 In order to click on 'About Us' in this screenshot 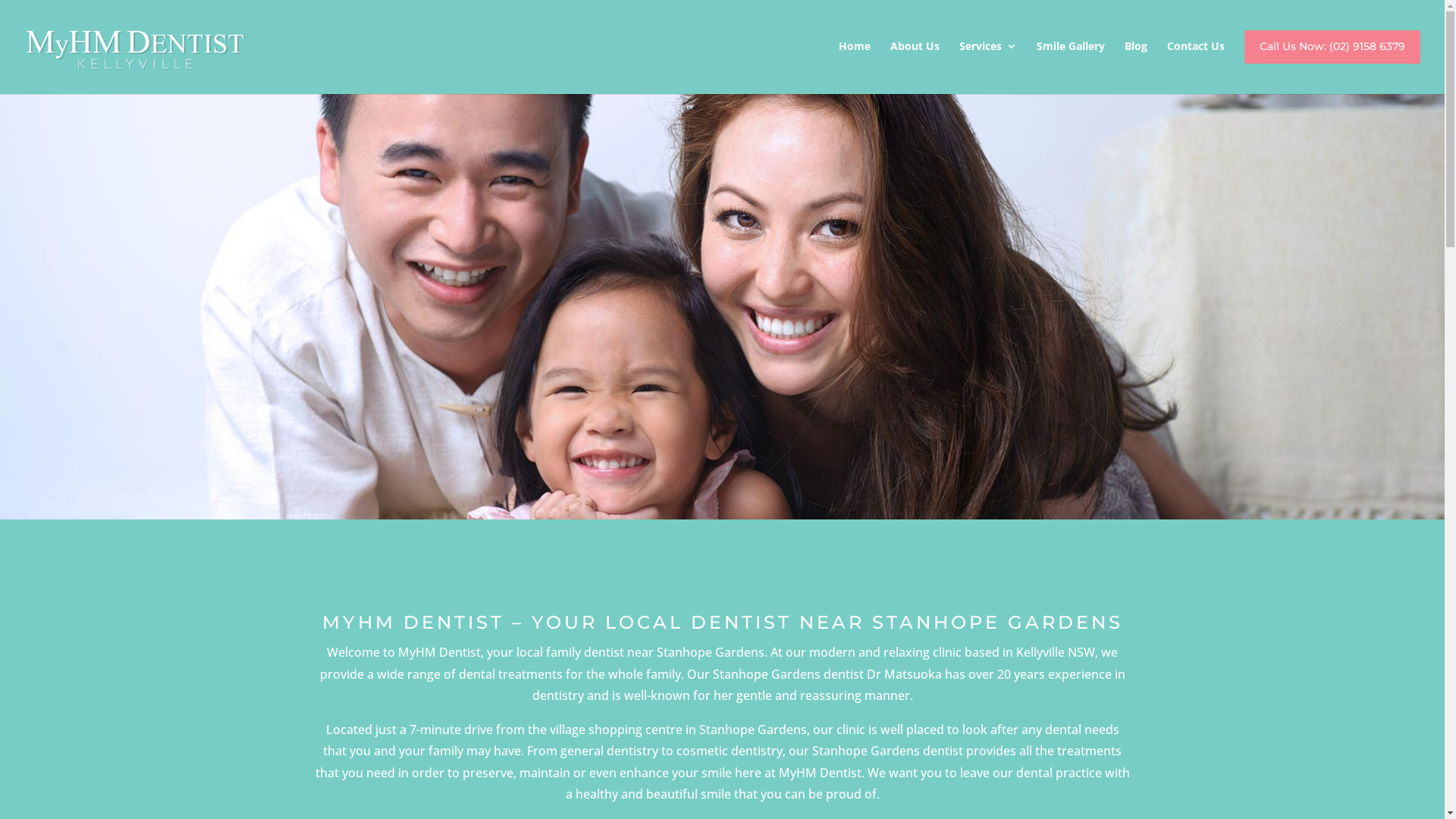, I will do `click(890, 61)`.